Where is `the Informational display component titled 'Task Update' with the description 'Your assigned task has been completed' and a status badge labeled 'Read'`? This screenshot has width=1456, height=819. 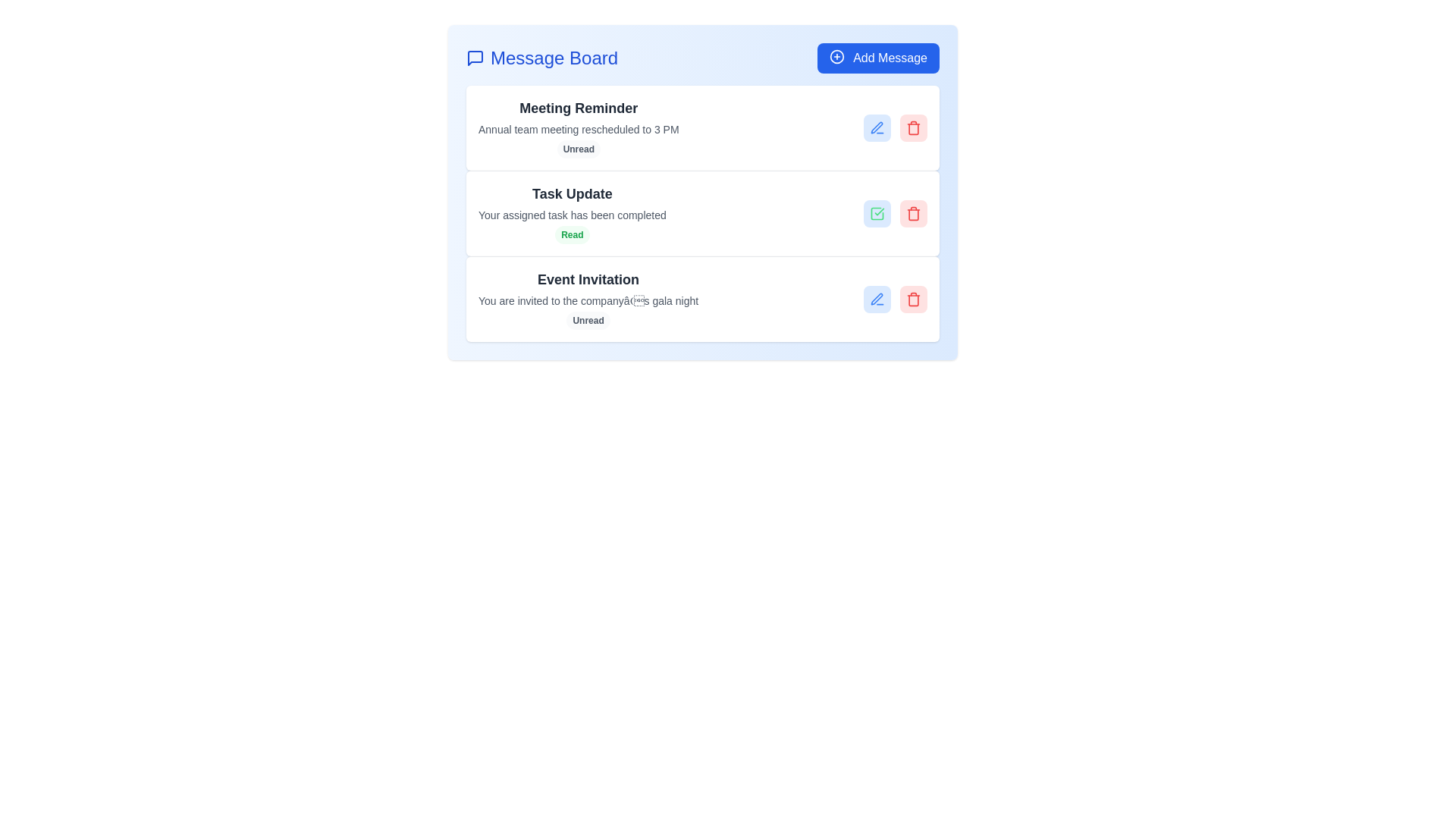
the Informational display component titled 'Task Update' with the description 'Your assigned task has been completed' and a status badge labeled 'Read' is located at coordinates (571, 213).